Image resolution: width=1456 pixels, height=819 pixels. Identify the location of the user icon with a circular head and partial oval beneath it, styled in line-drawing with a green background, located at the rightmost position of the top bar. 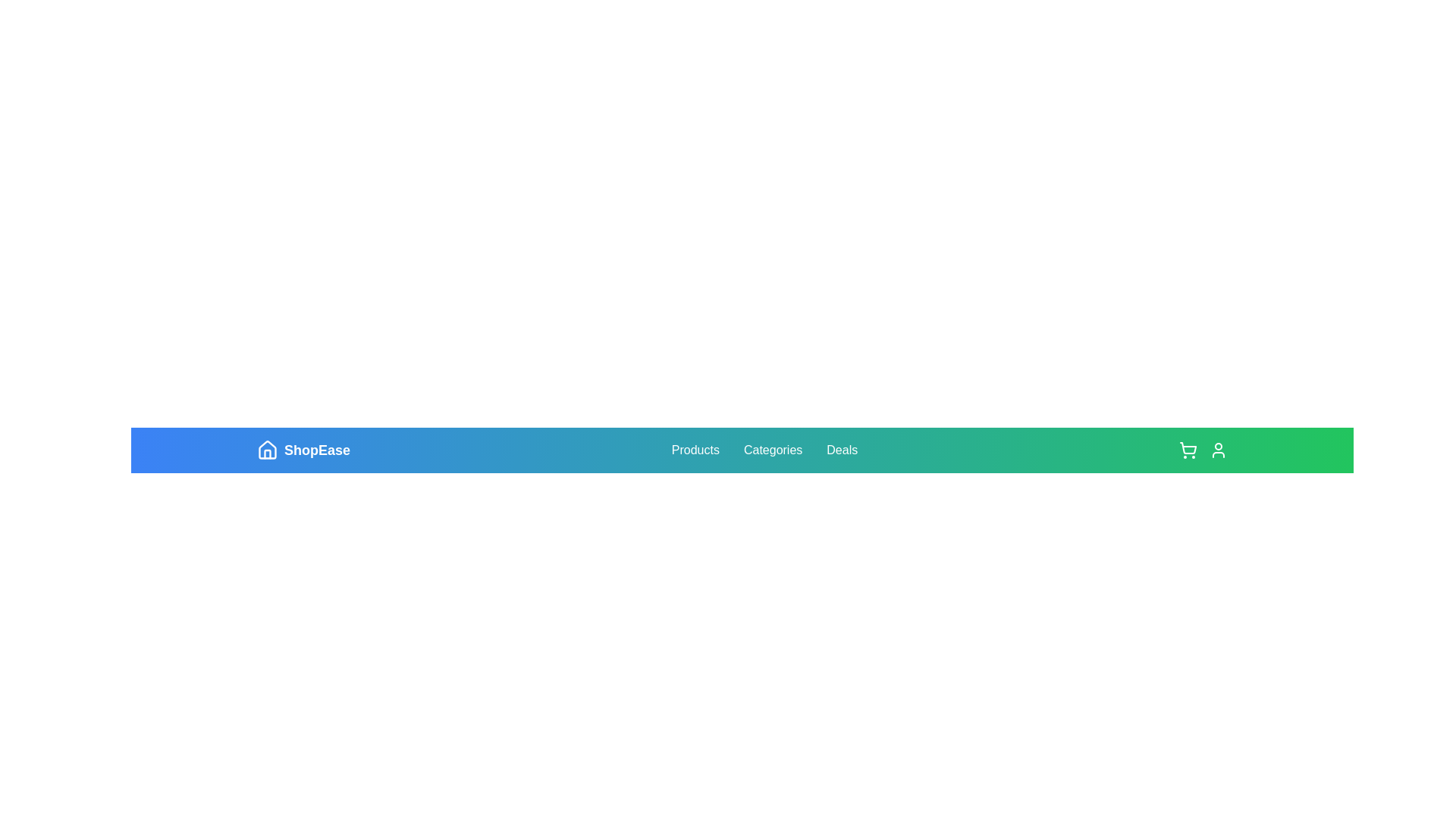
(1219, 450).